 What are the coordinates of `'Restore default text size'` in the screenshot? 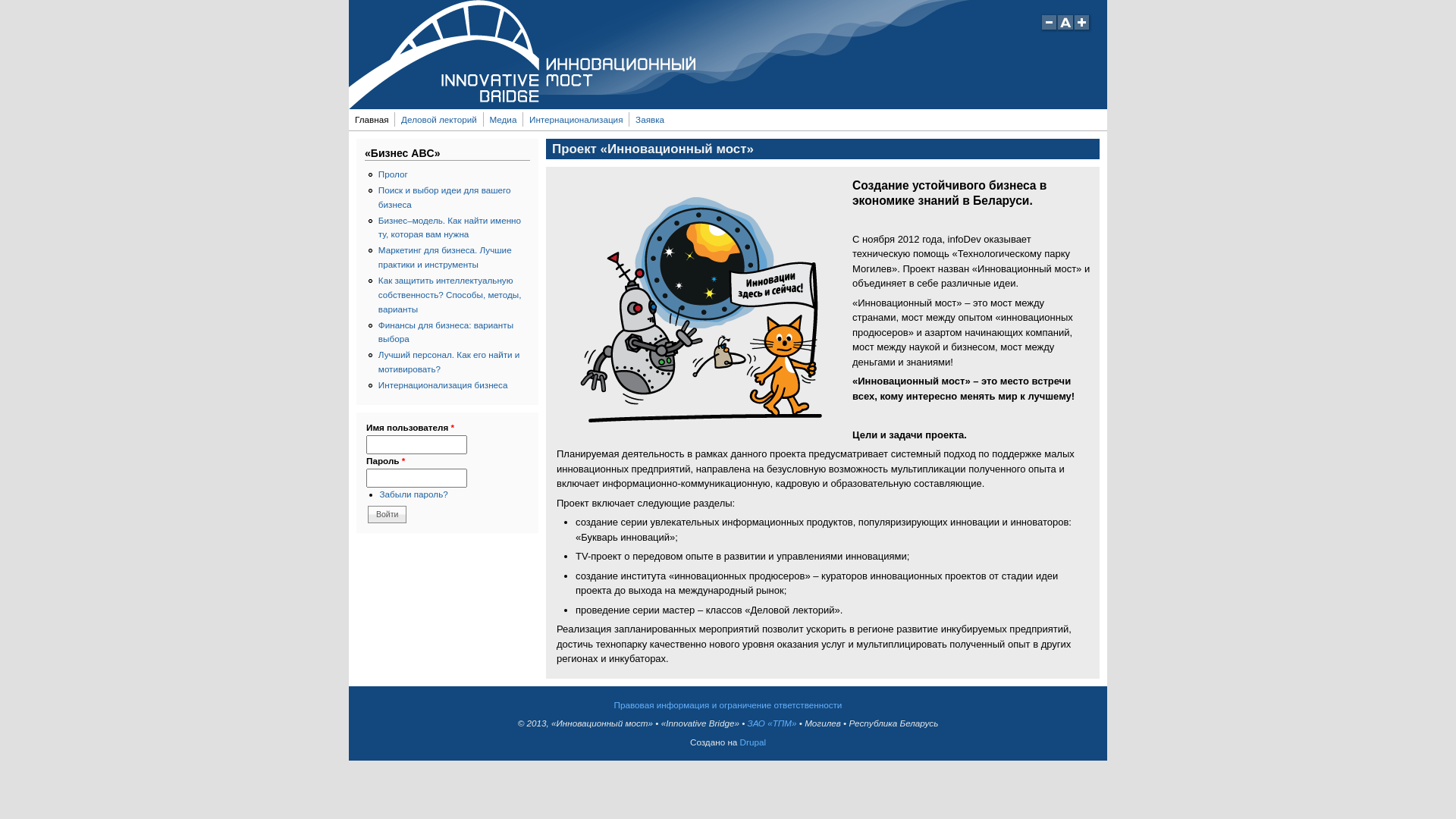 It's located at (1065, 29).